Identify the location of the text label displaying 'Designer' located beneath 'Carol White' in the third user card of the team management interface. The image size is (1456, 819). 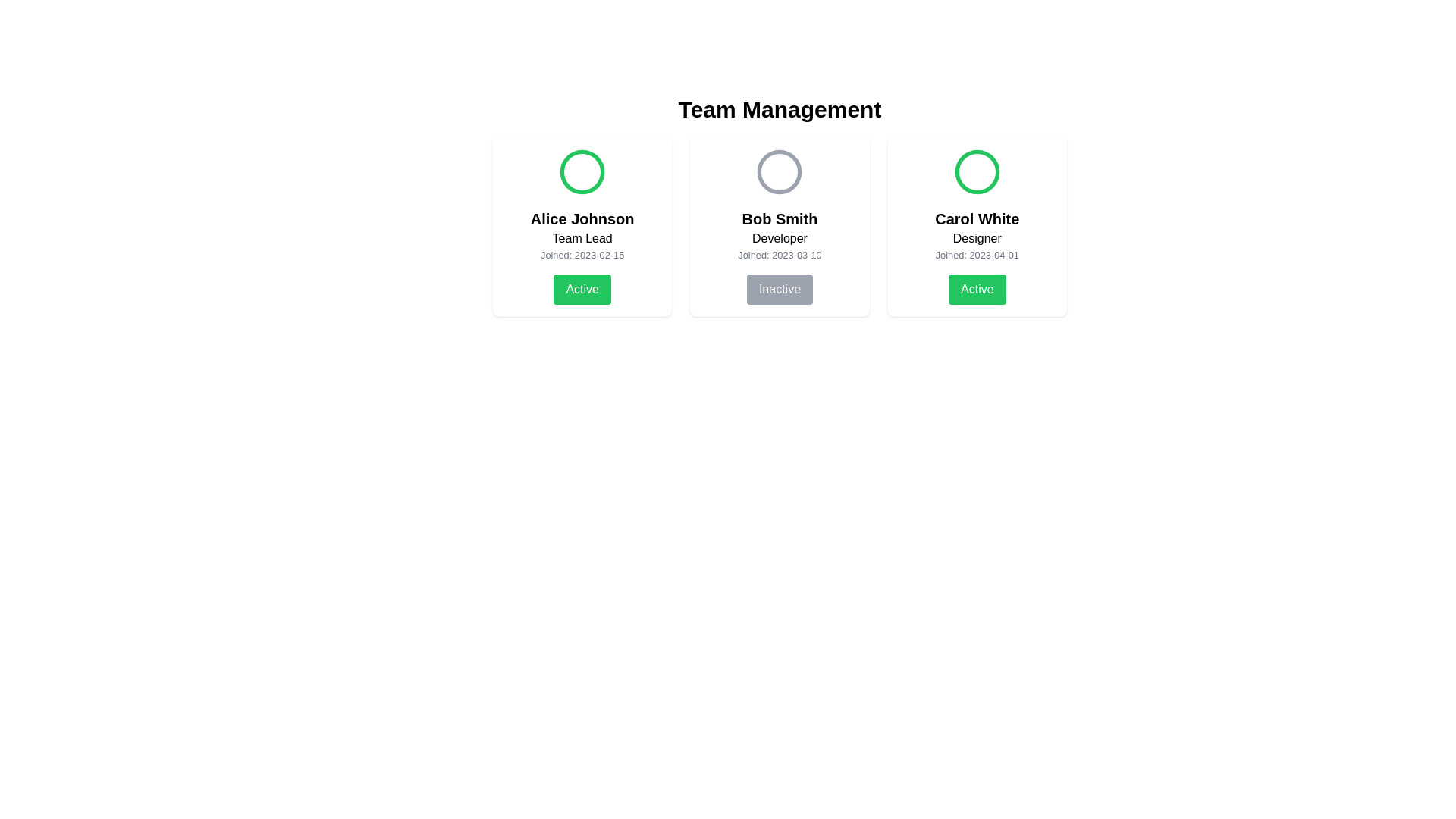
(977, 239).